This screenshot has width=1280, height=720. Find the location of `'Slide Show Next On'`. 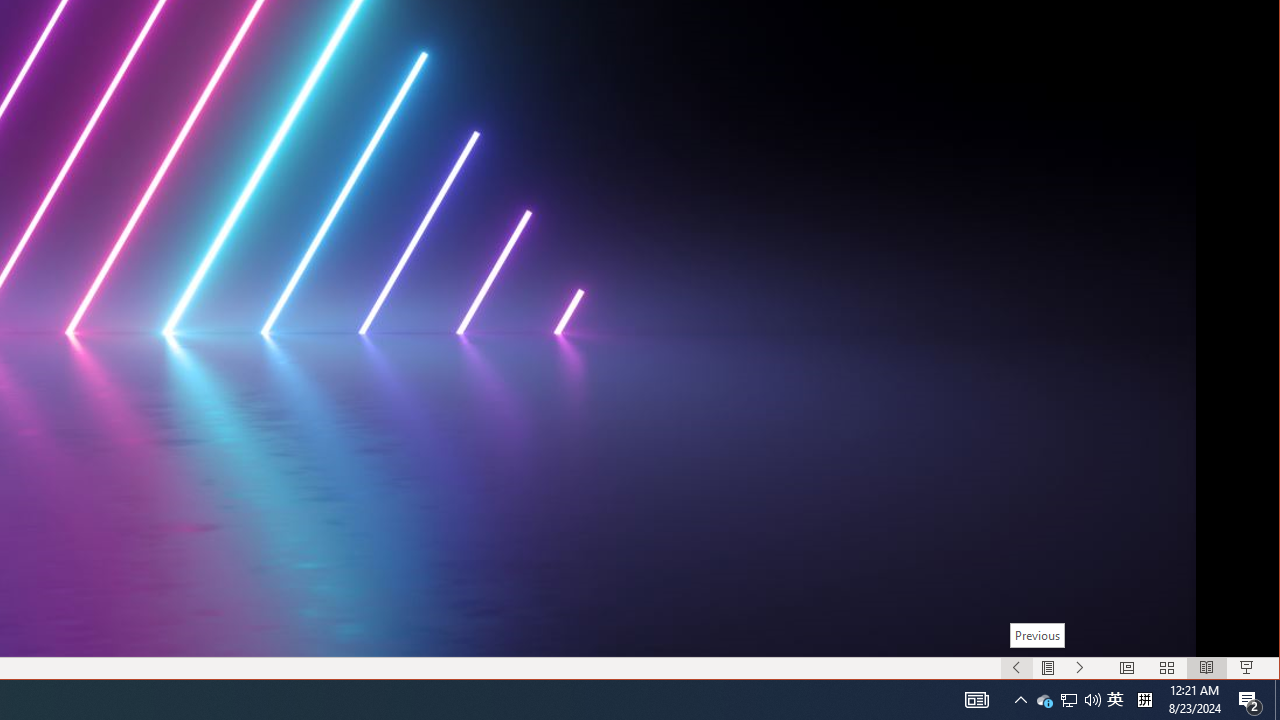

'Slide Show Next On' is located at coordinates (1079, 668).